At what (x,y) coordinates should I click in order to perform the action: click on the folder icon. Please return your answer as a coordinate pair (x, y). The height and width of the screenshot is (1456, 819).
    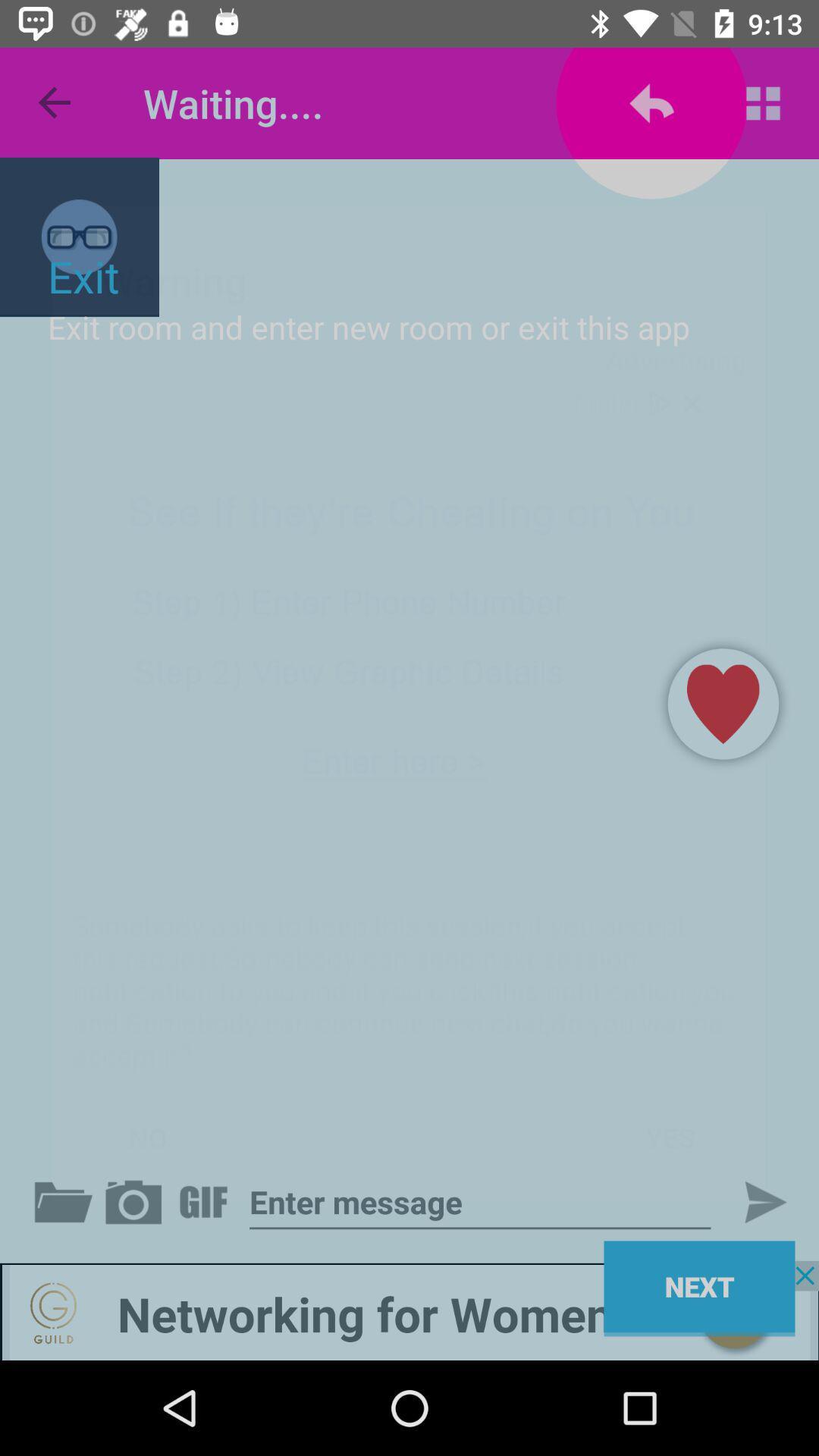
    Looking at the image, I should click on (66, 1201).